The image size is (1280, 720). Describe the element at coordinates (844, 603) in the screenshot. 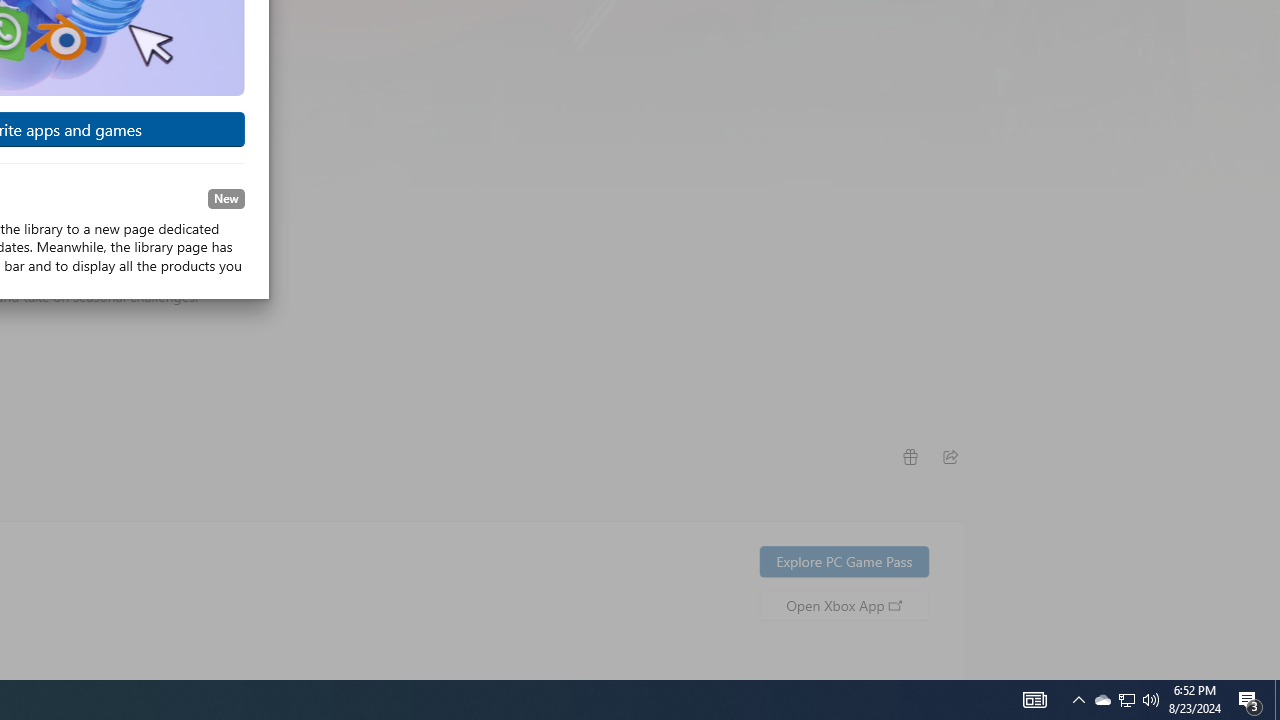

I see `'Open Xbox App'` at that location.